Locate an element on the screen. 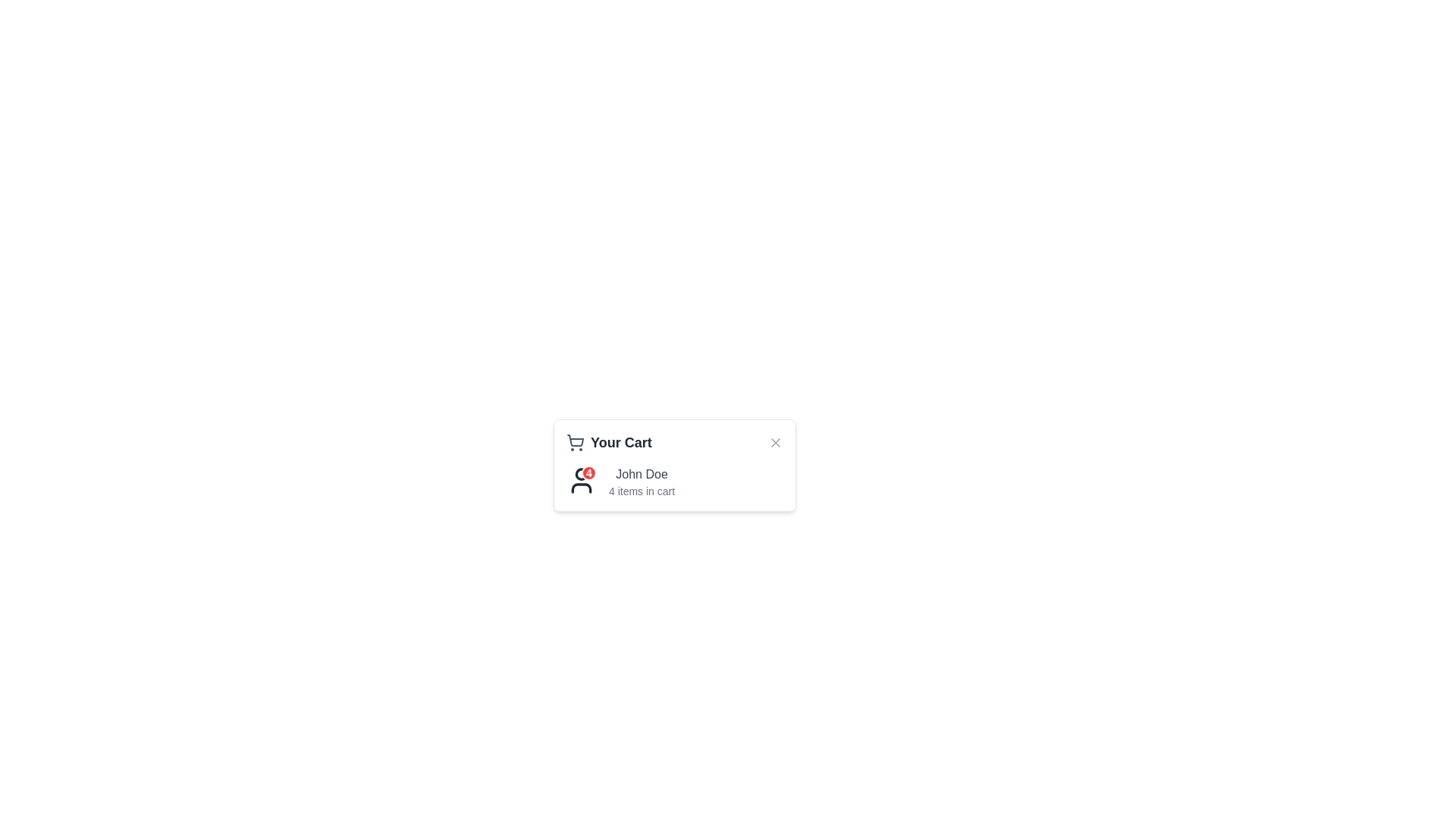  the Decorative icon component at the bottom part of the user avatar icon within the SVG image, which is styled with thin lines and placed below the head-like feature is located at coordinates (581, 488).